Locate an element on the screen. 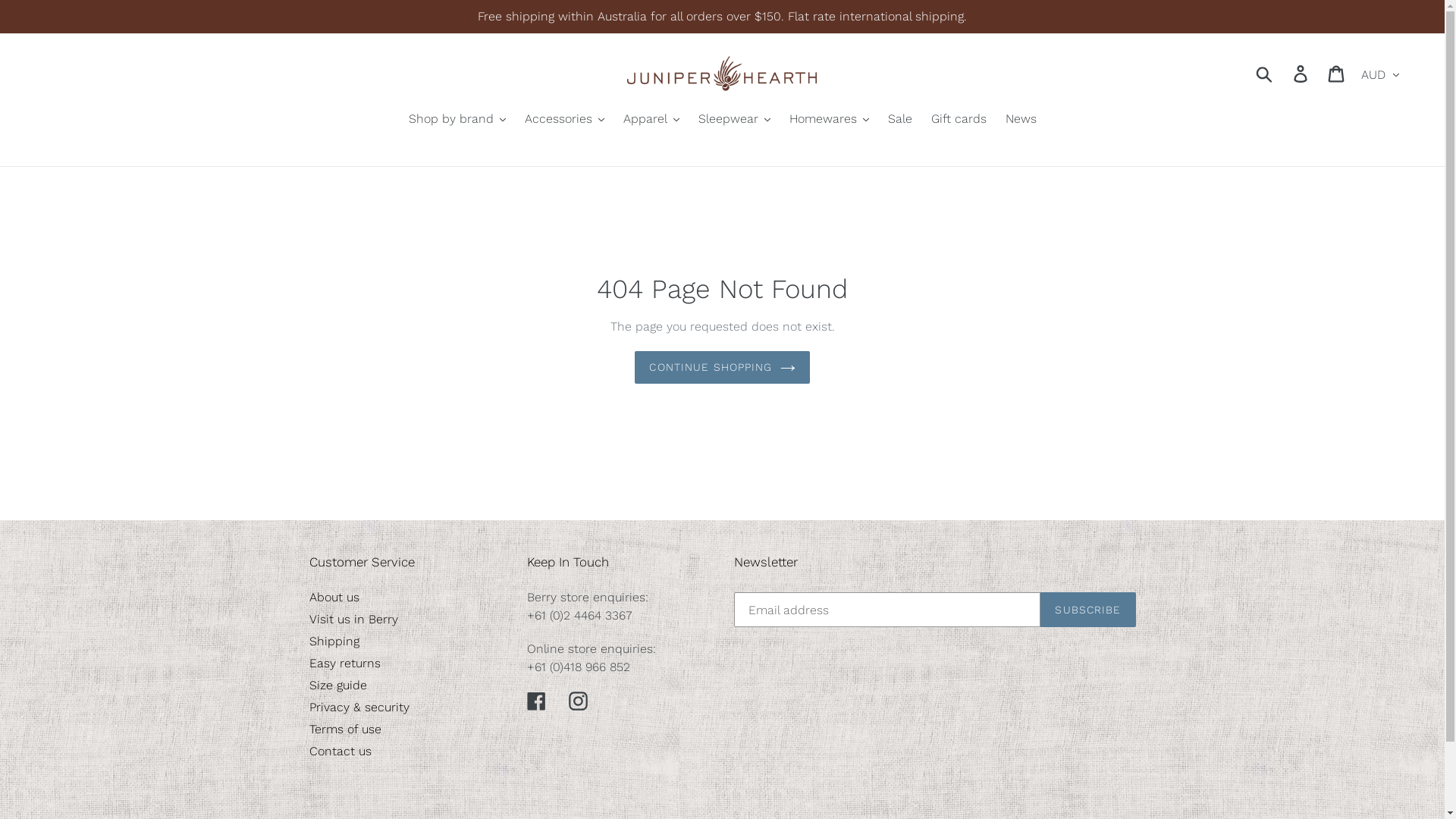  'Shipping' is located at coordinates (334, 641).